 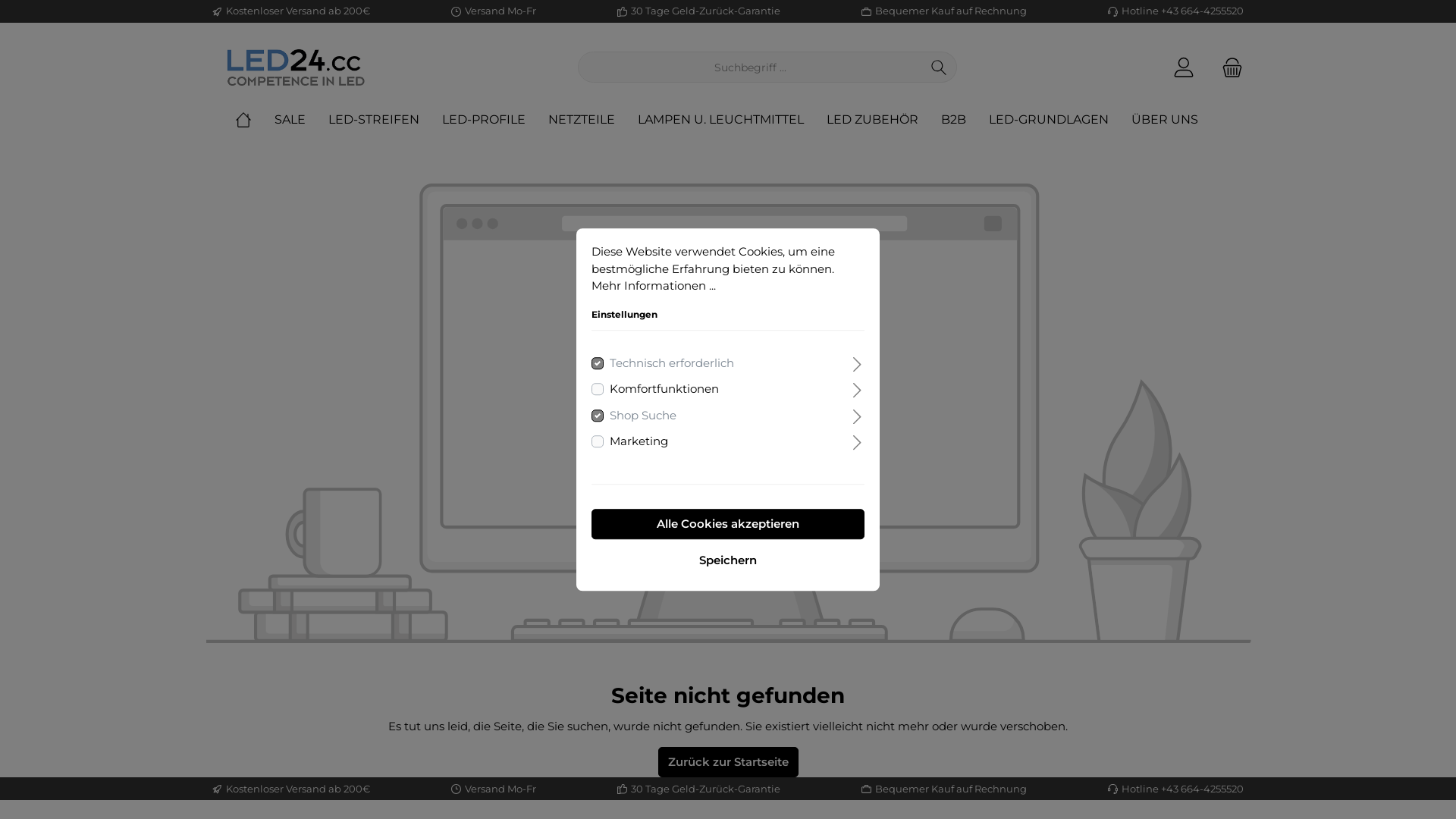 What do you see at coordinates (441, 119) in the screenshot?
I see `'LED-PROFILE'` at bounding box center [441, 119].